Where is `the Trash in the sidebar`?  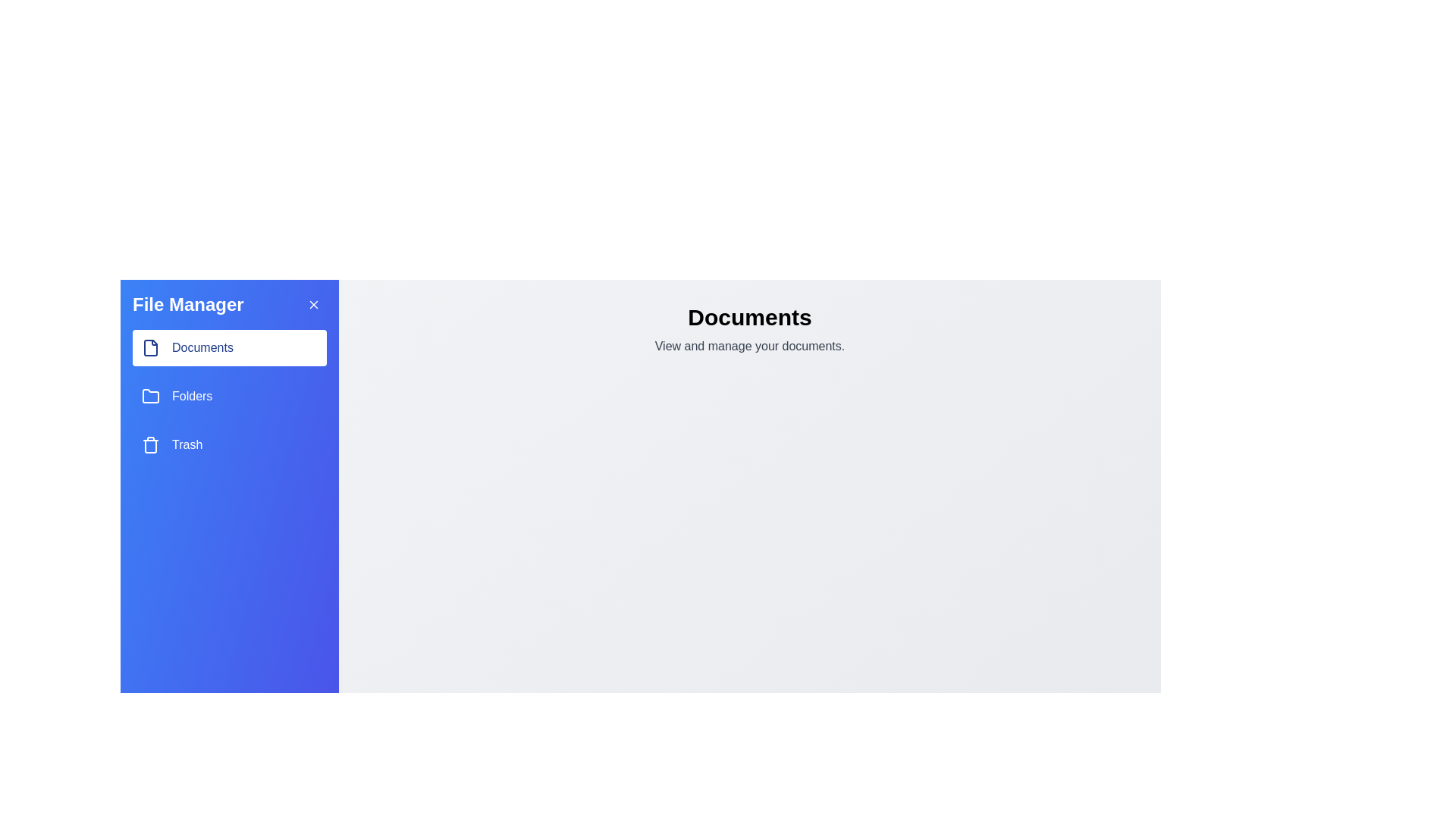
the Trash in the sidebar is located at coordinates (228, 444).